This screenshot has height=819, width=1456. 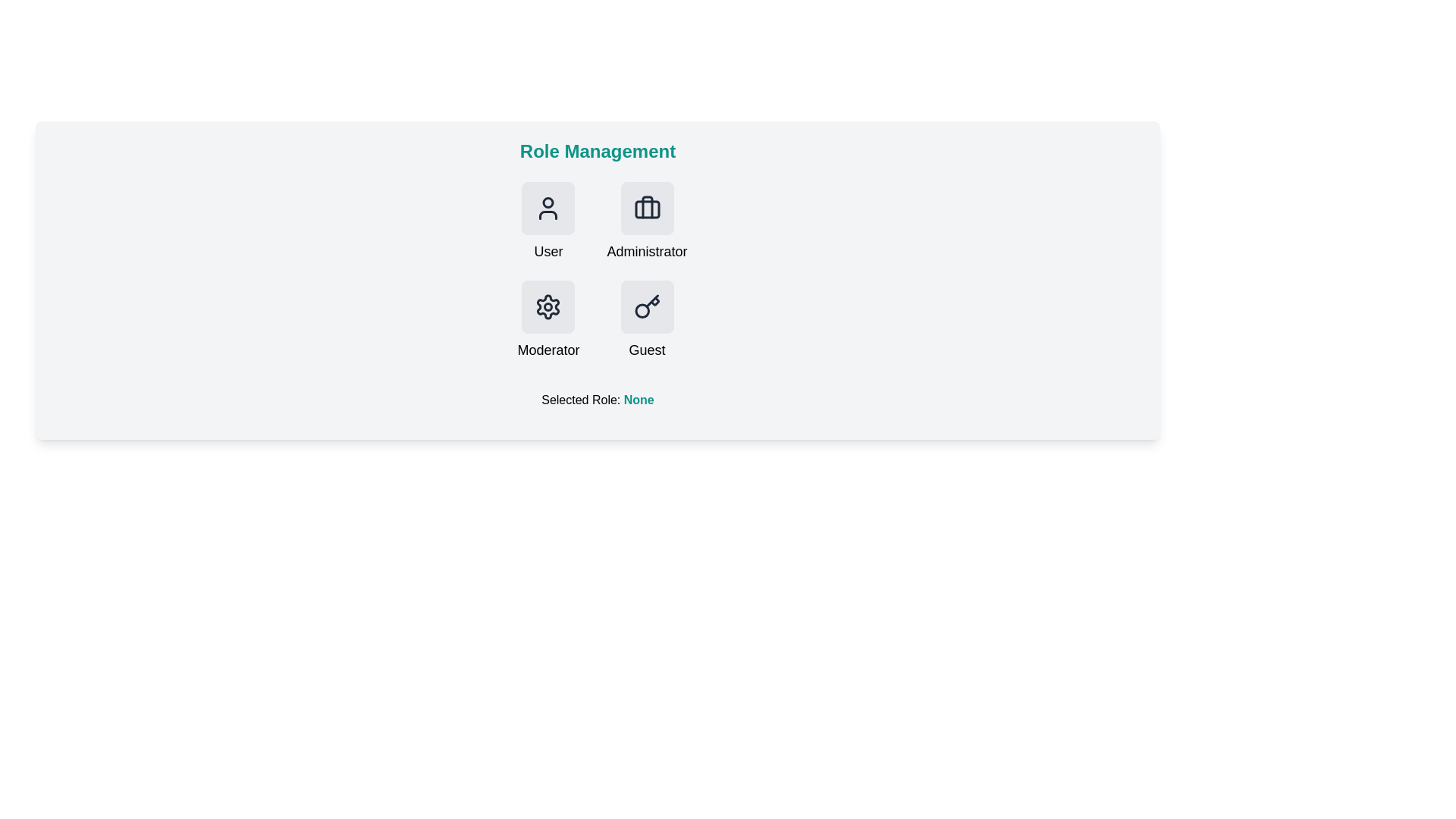 What do you see at coordinates (548, 320) in the screenshot?
I see `the 'Moderator' role selection card located in the second row, first column of the grid layout` at bounding box center [548, 320].